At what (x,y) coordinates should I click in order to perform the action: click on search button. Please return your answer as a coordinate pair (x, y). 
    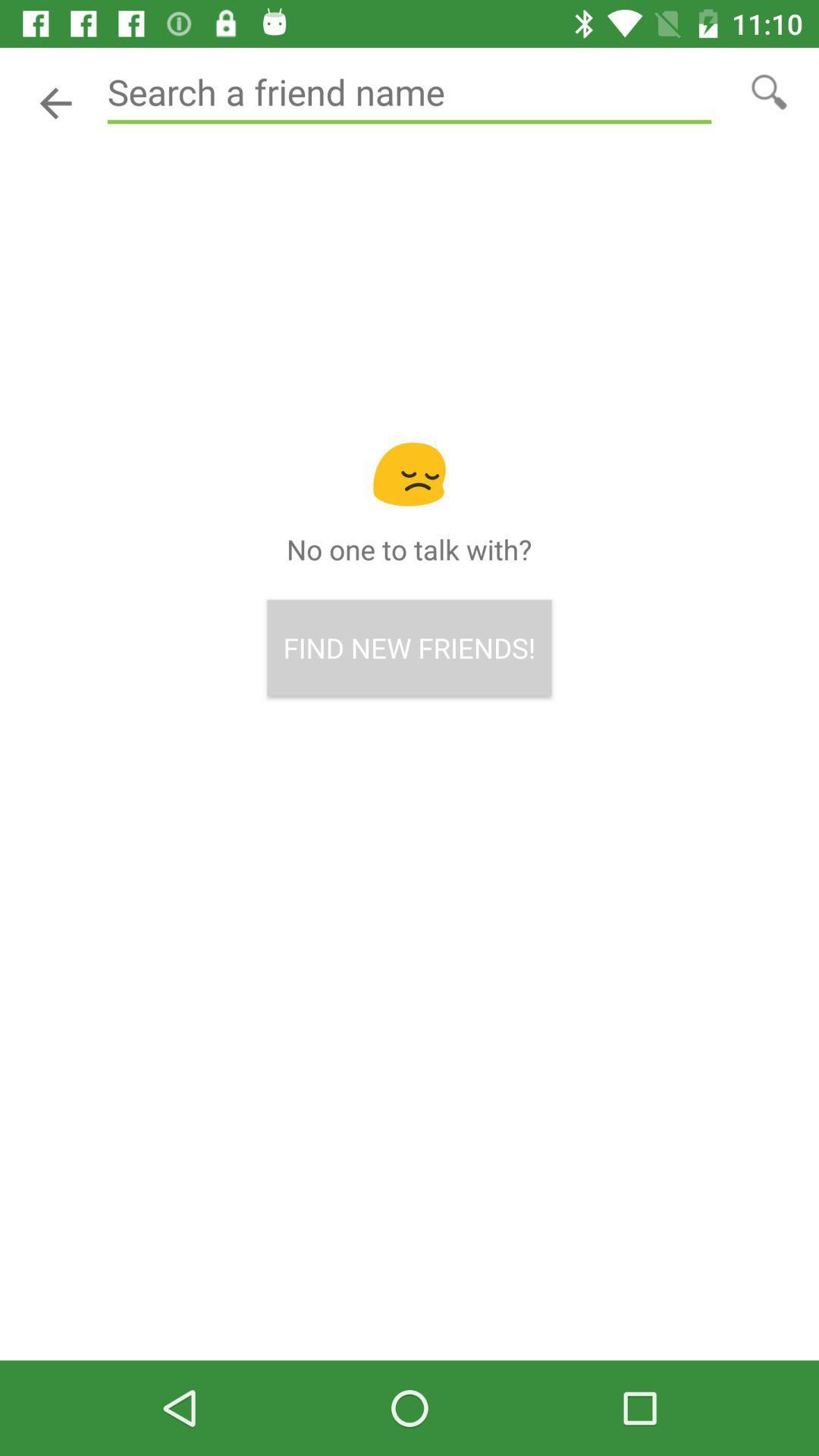
    Looking at the image, I should click on (769, 90).